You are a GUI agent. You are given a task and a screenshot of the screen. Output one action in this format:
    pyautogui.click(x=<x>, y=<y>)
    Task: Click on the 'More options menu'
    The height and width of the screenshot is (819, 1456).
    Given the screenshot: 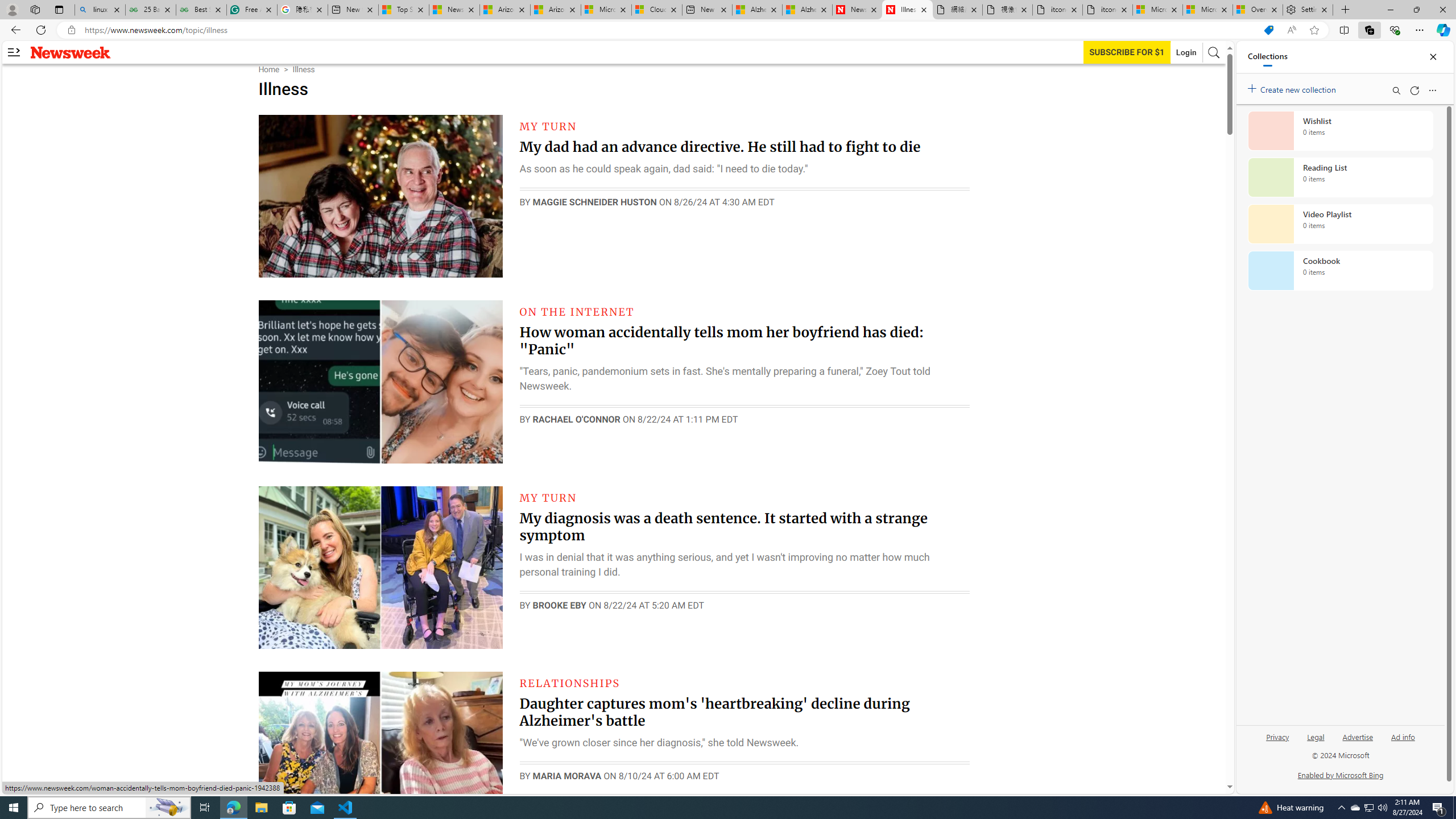 What is the action you would take?
    pyautogui.click(x=1433, y=90)
    